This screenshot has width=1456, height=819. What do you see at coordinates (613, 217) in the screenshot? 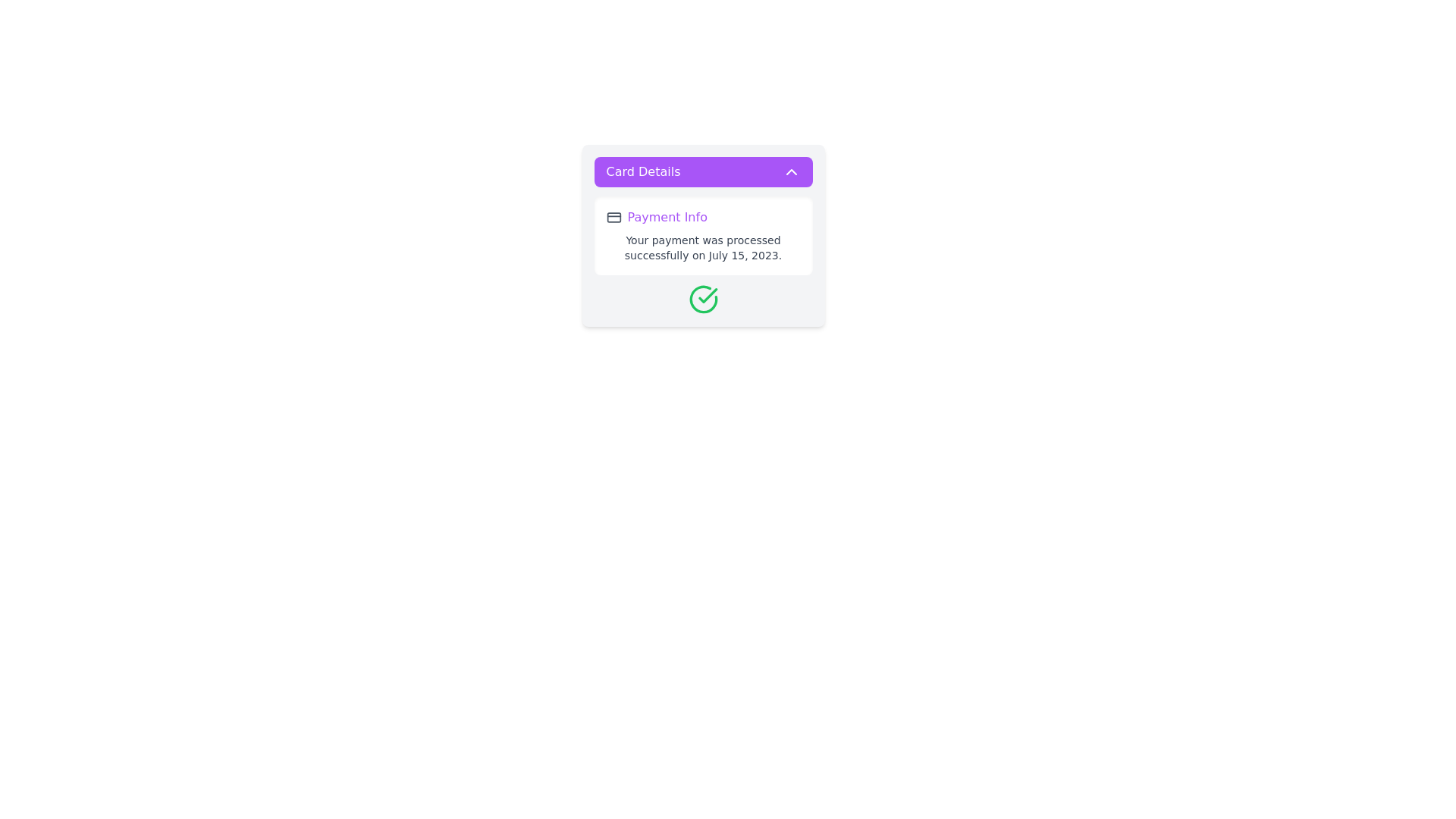
I see `the payment icon that visually represents payment or financial details, located on the left side within the 'Payment Info' section` at bounding box center [613, 217].